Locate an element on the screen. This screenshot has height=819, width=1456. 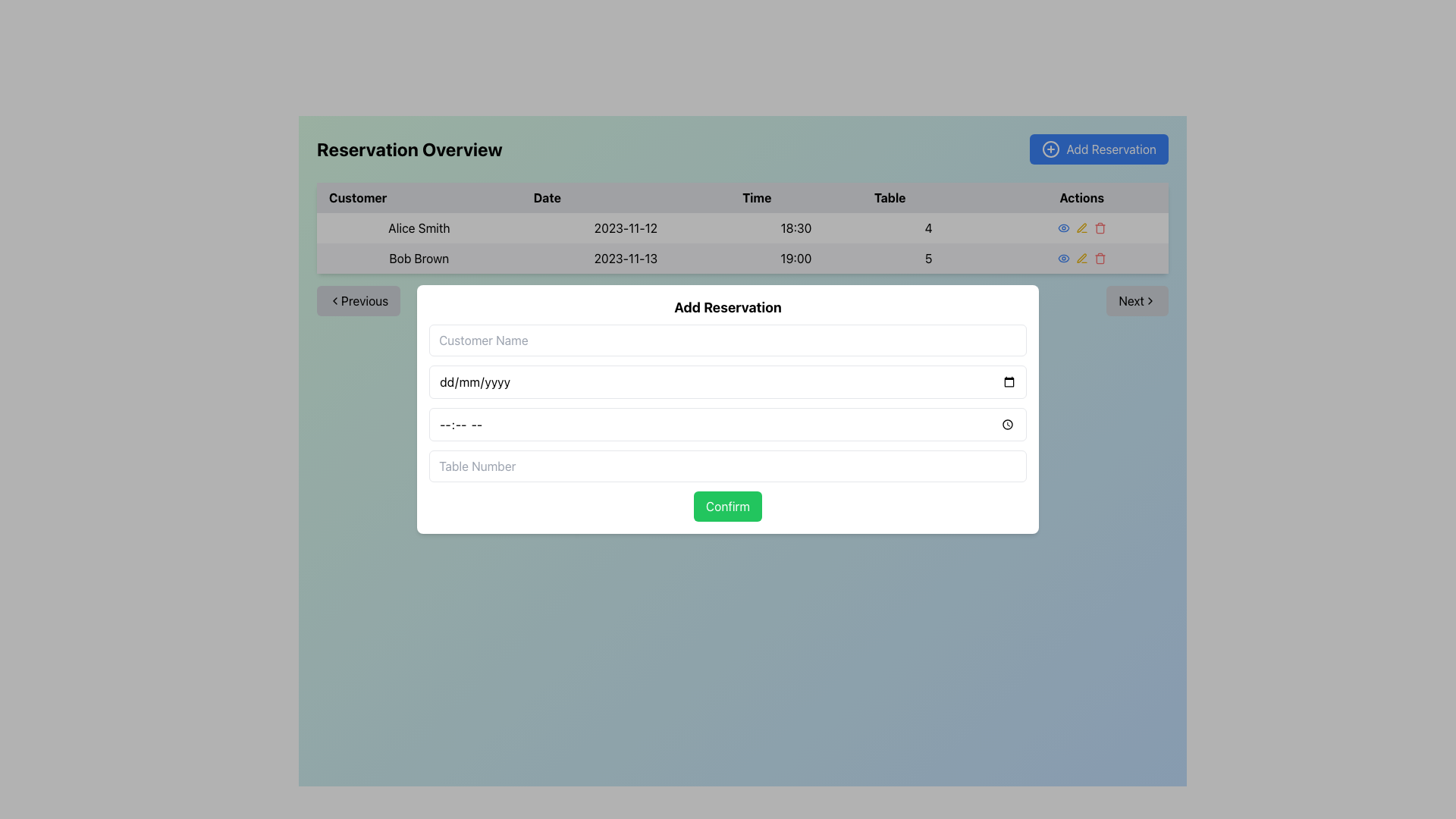
the small, blue eye-shaped icon button located in the 'Actions' column of the table is located at coordinates (1062, 227).